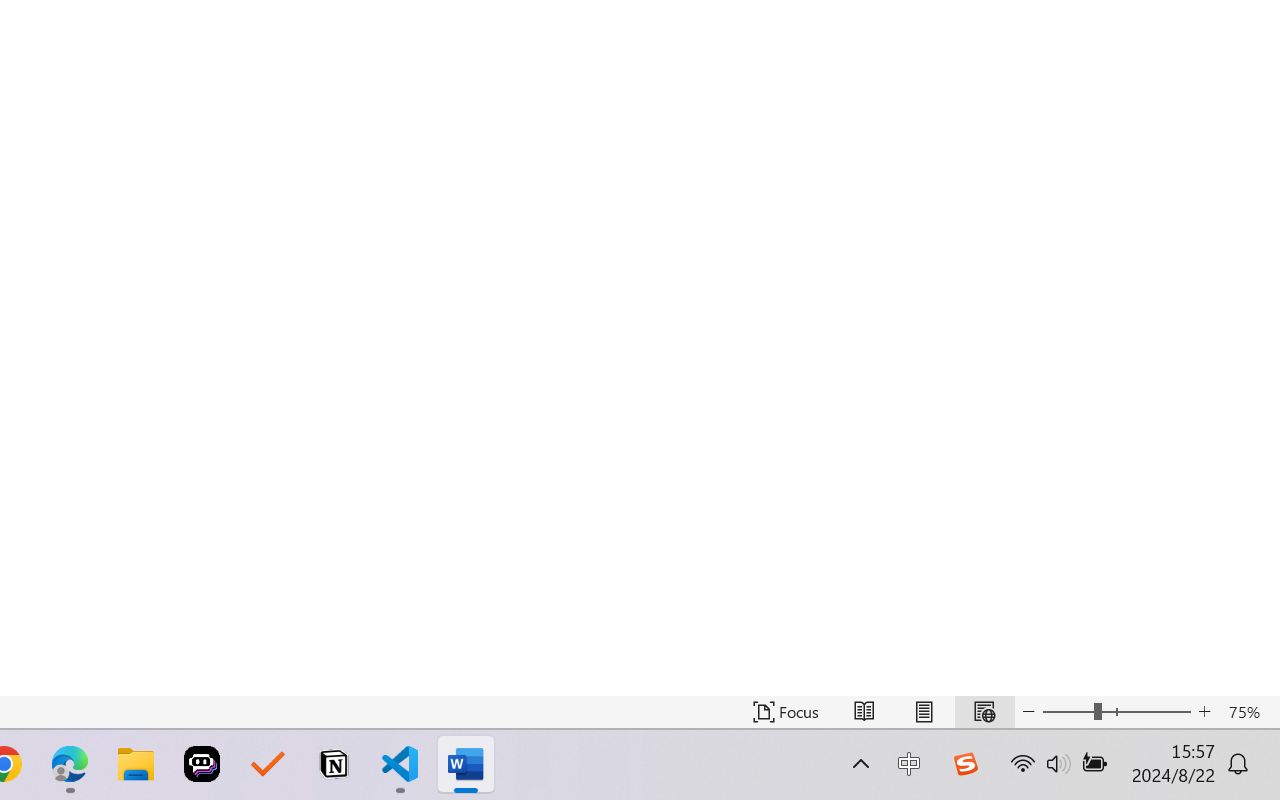 This screenshot has height=800, width=1280. I want to click on 'Zoom In', so click(1204, 711).